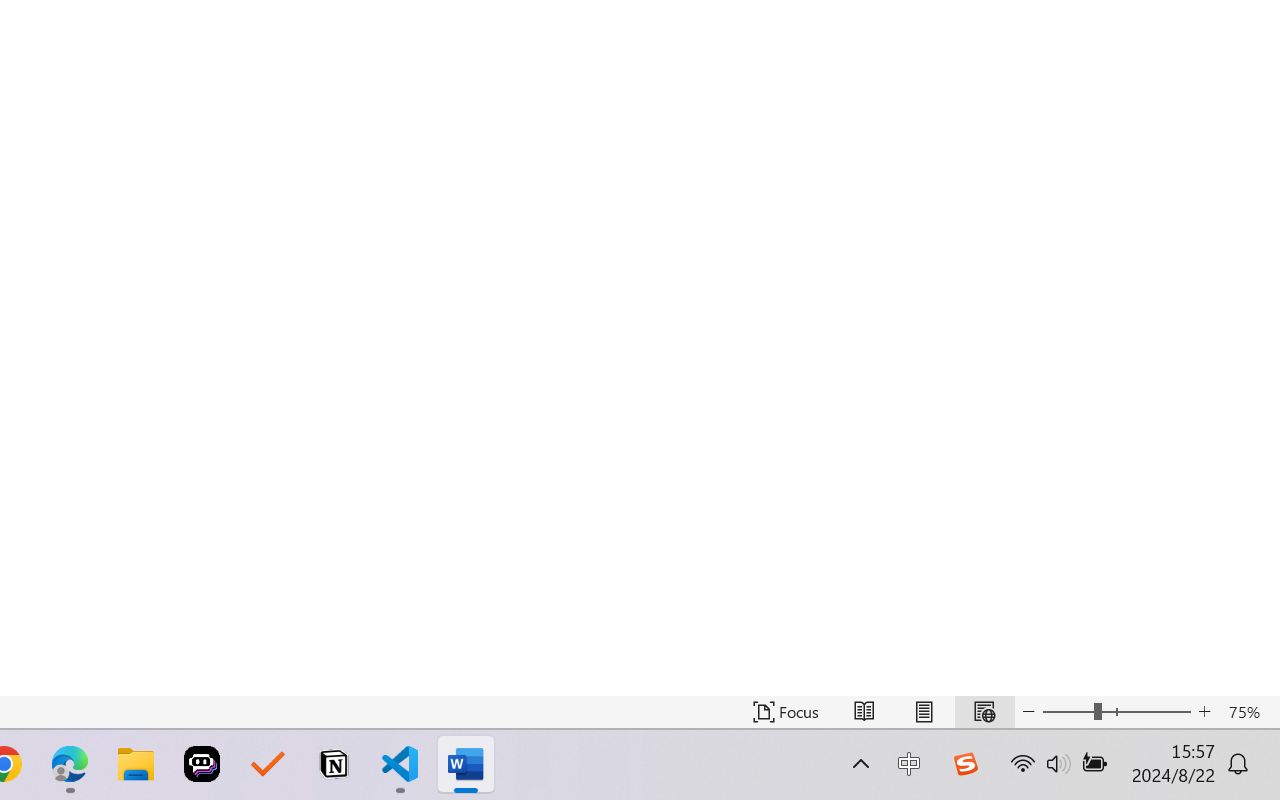 This screenshot has height=800, width=1280. I want to click on 'Zoom In', so click(1204, 711).